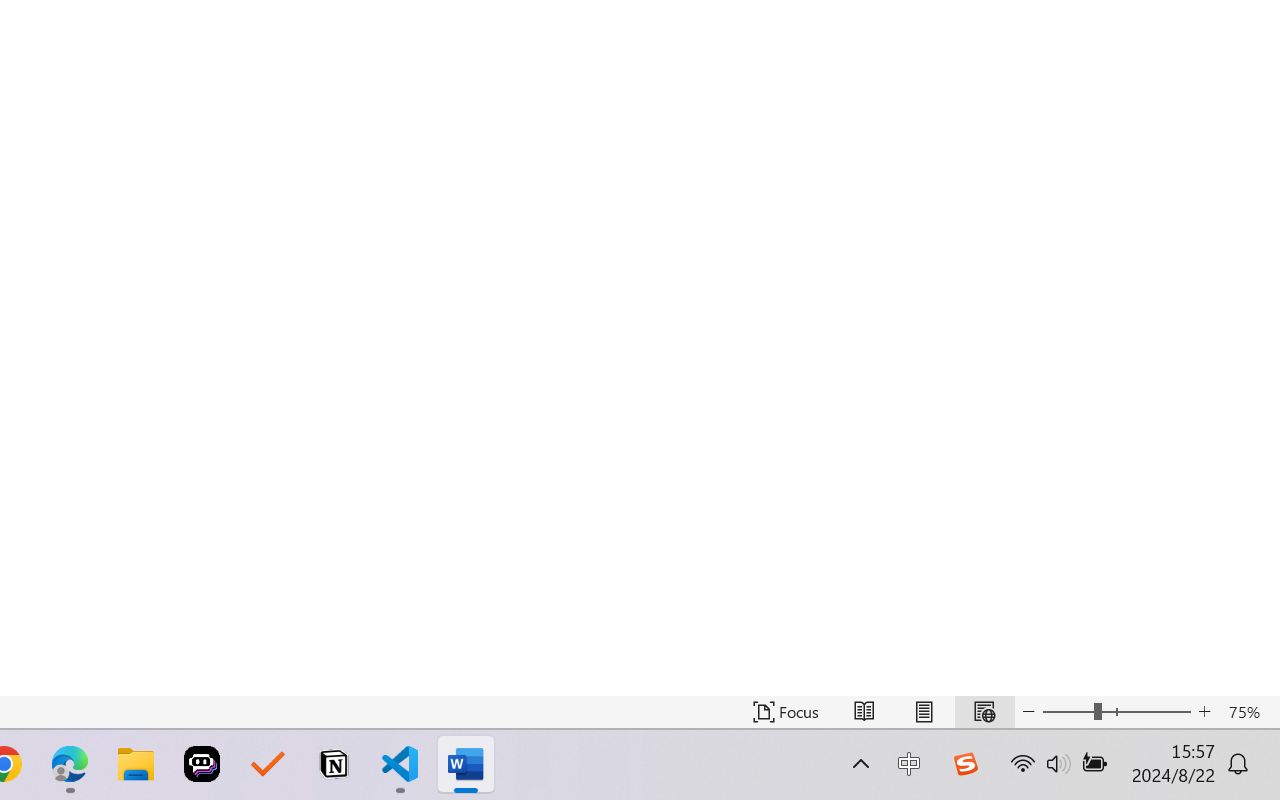 This screenshot has height=800, width=1280. I want to click on 'Zoom In', so click(1204, 711).